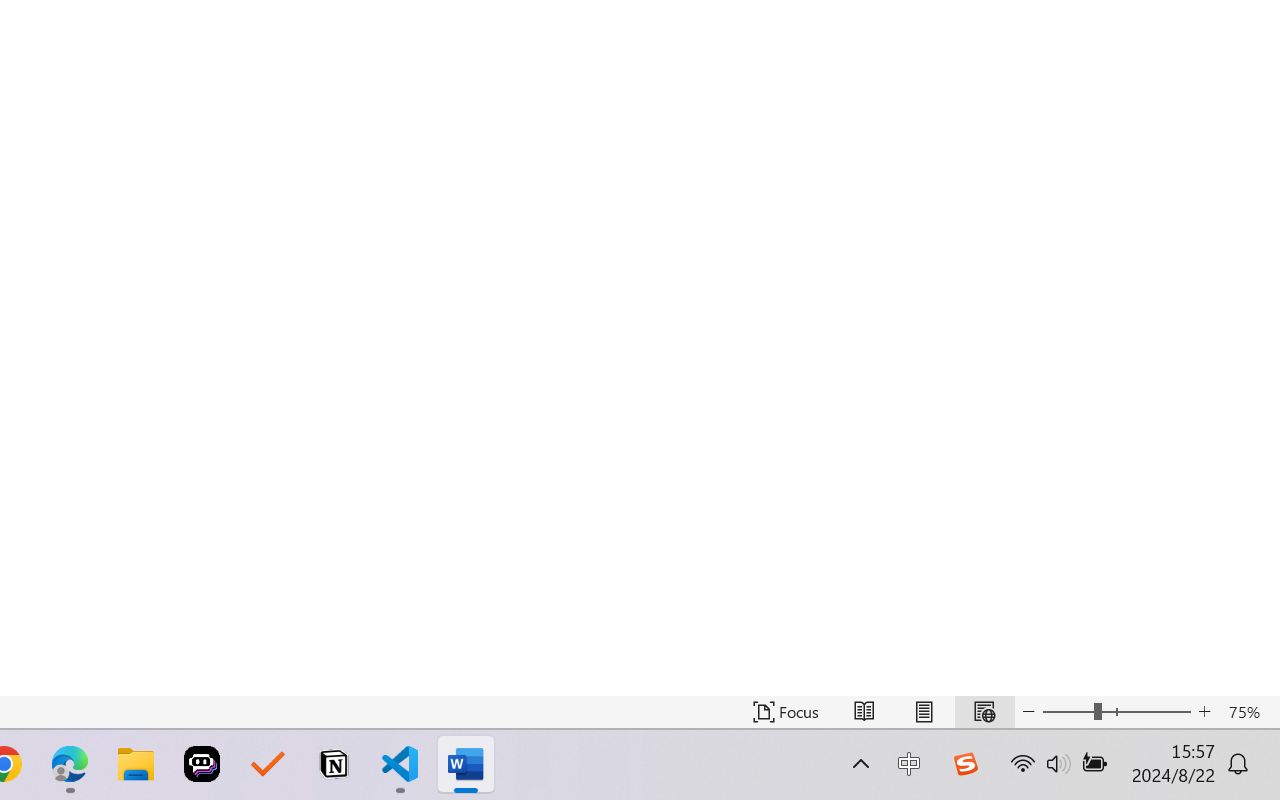 This screenshot has height=800, width=1280. I want to click on 'Zoom In', so click(1204, 711).